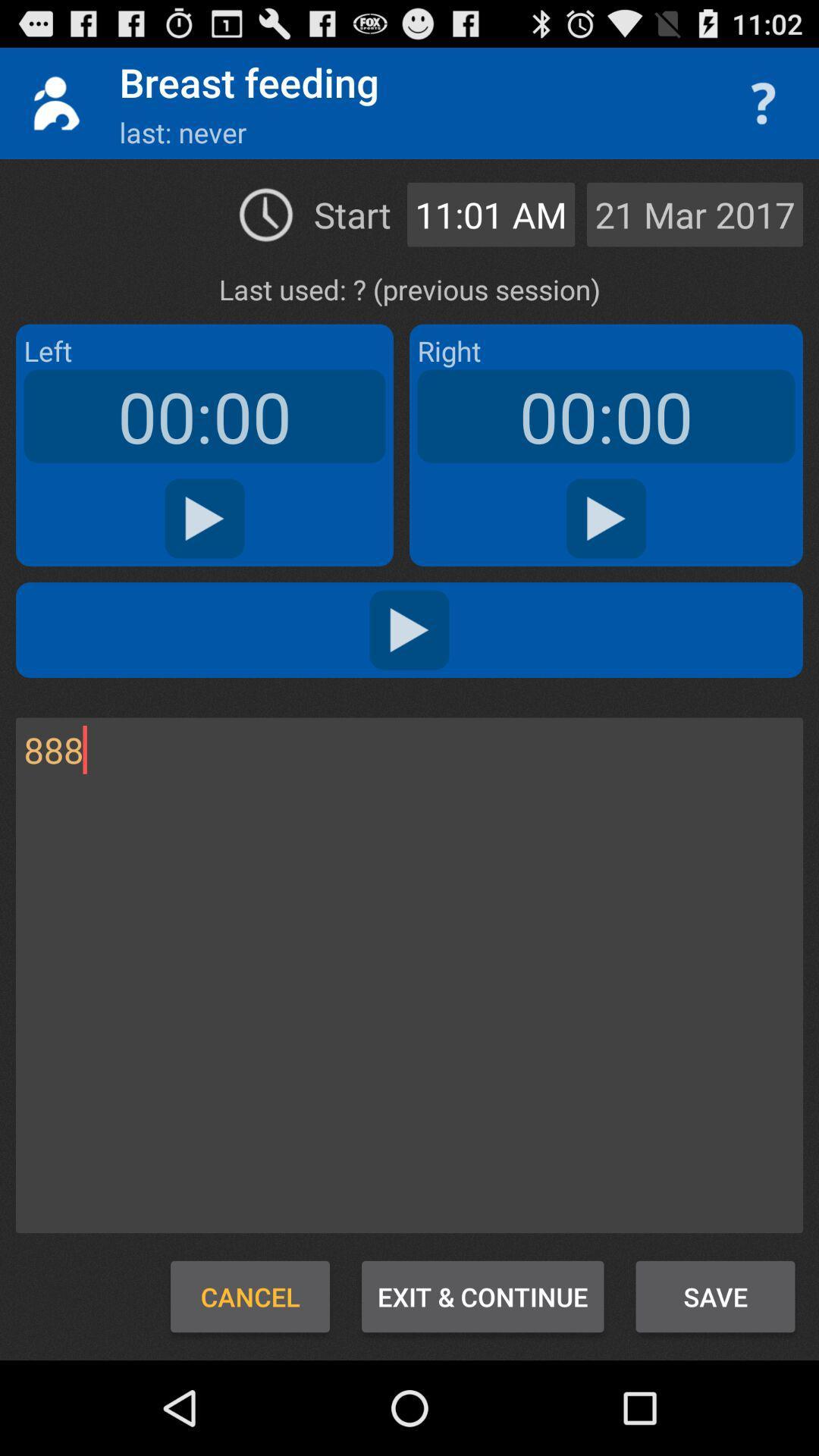 The image size is (819, 1456). I want to click on record feeding minutes, so click(205, 519).